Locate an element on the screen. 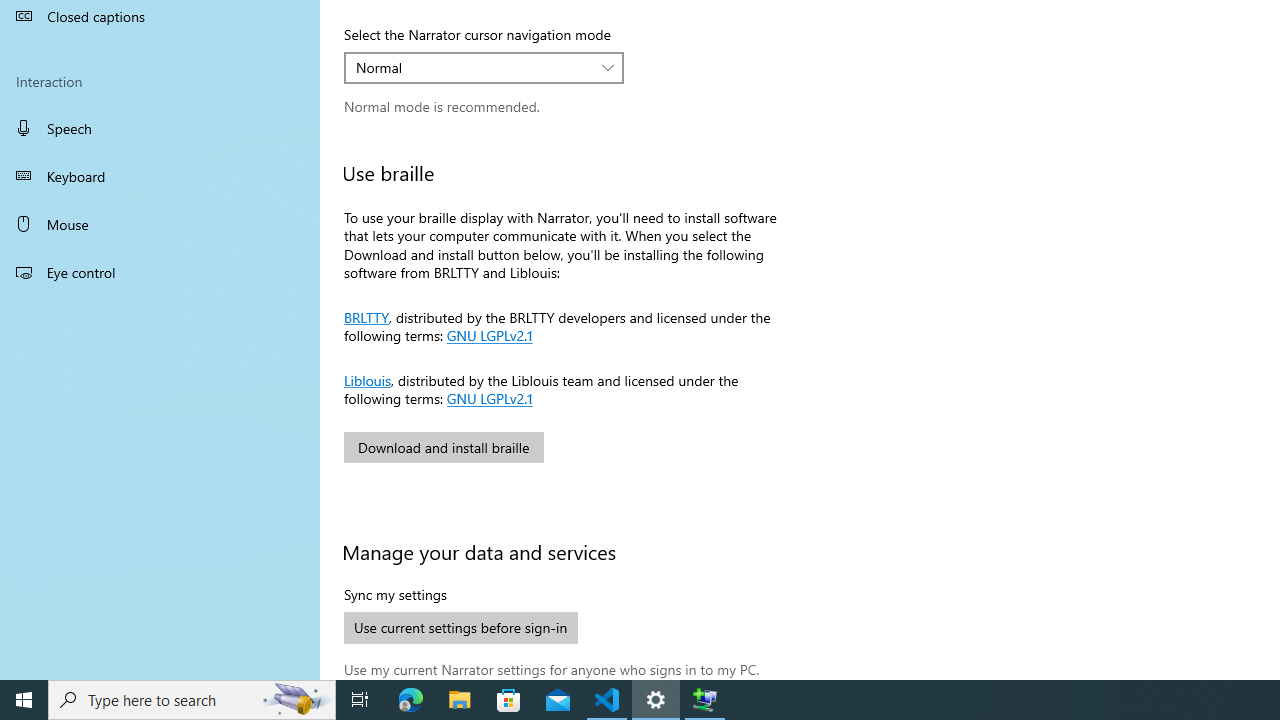  'Search highlights icon opens search home window' is located at coordinates (294, 698).